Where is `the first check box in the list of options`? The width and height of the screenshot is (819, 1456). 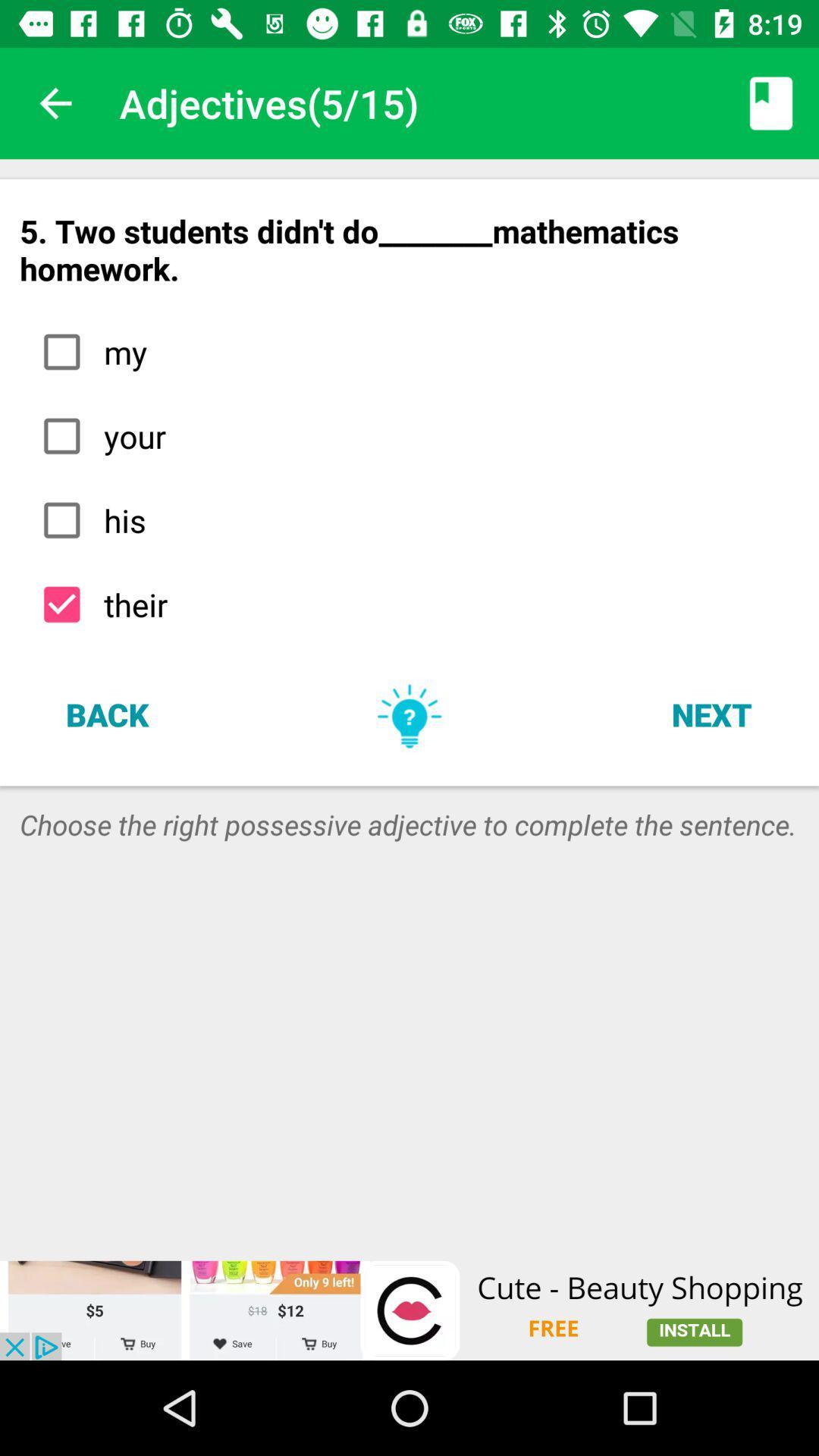 the first check box in the list of options is located at coordinates (61, 351).